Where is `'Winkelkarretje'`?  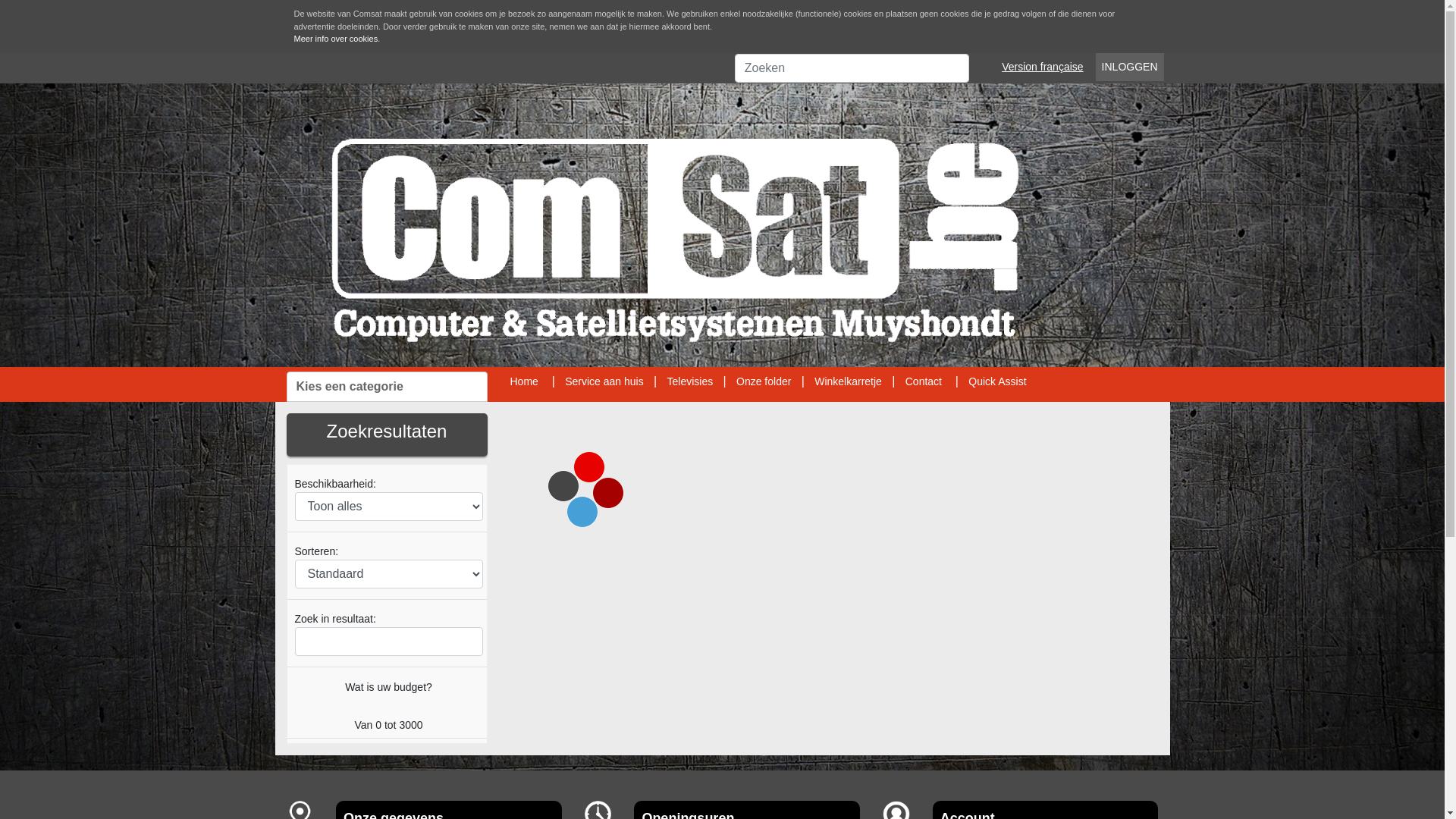
'Winkelkarretje' is located at coordinates (847, 380).